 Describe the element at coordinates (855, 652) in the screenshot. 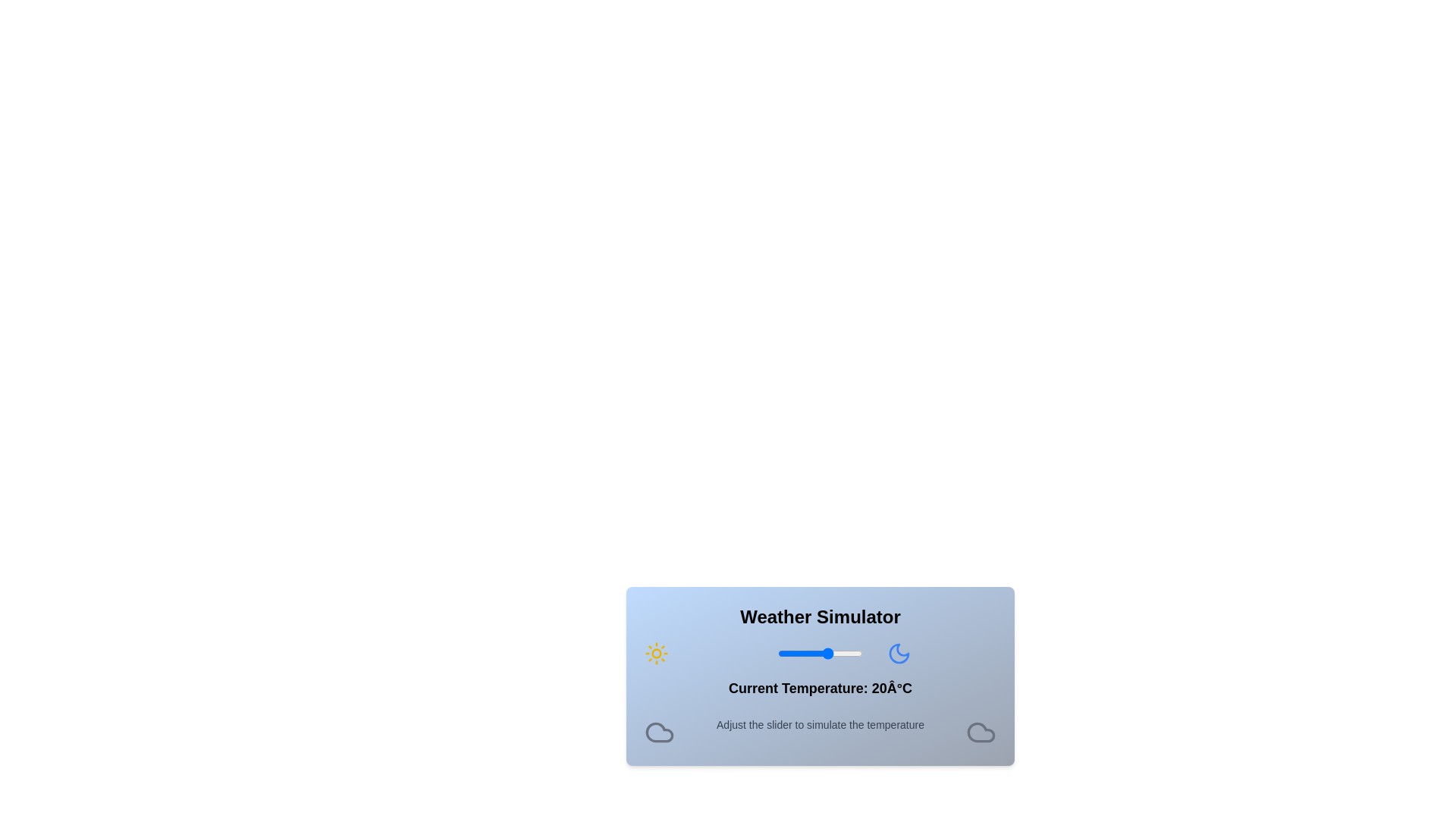

I see `the slider to set the temperature to 36°C` at that location.